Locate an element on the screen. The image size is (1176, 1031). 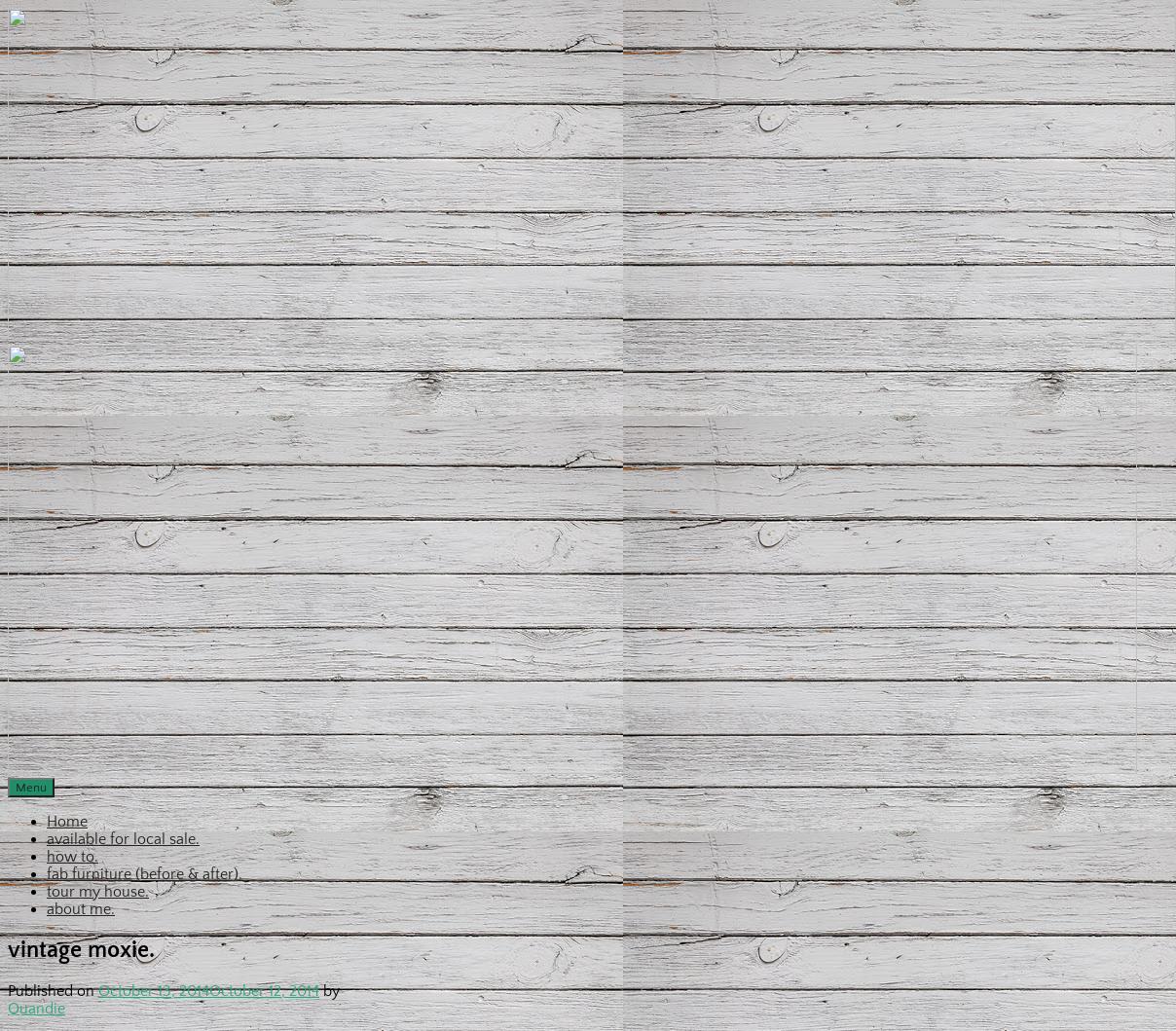
'by' is located at coordinates (321, 988).